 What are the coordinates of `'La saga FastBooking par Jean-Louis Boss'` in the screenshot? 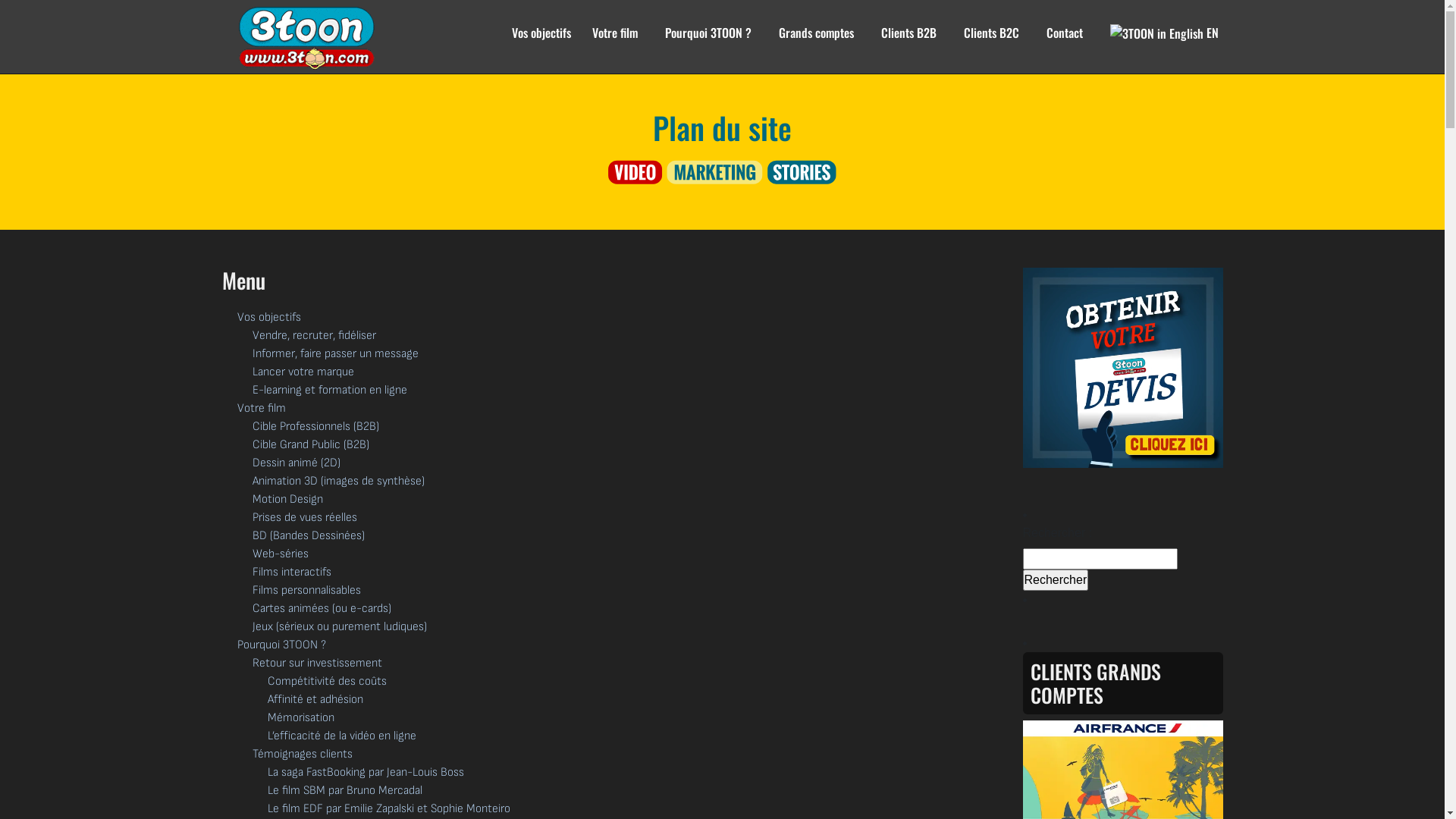 It's located at (365, 772).